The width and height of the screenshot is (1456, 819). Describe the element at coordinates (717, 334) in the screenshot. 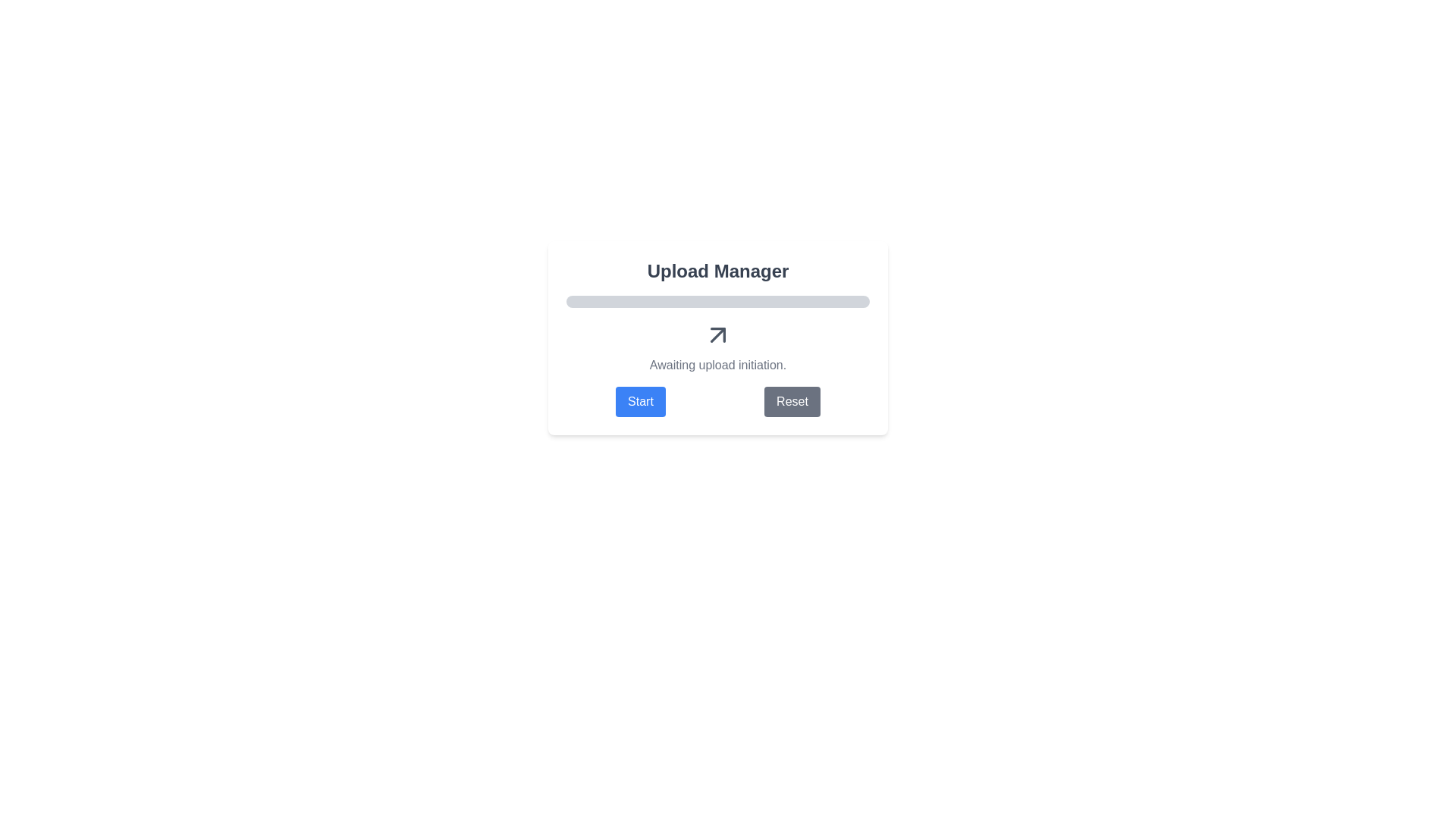

I see `the SVG-based arrow icon located centrally in the interface, which is a minimalist gray arrow pointing diagonally upwards and to the right` at that location.